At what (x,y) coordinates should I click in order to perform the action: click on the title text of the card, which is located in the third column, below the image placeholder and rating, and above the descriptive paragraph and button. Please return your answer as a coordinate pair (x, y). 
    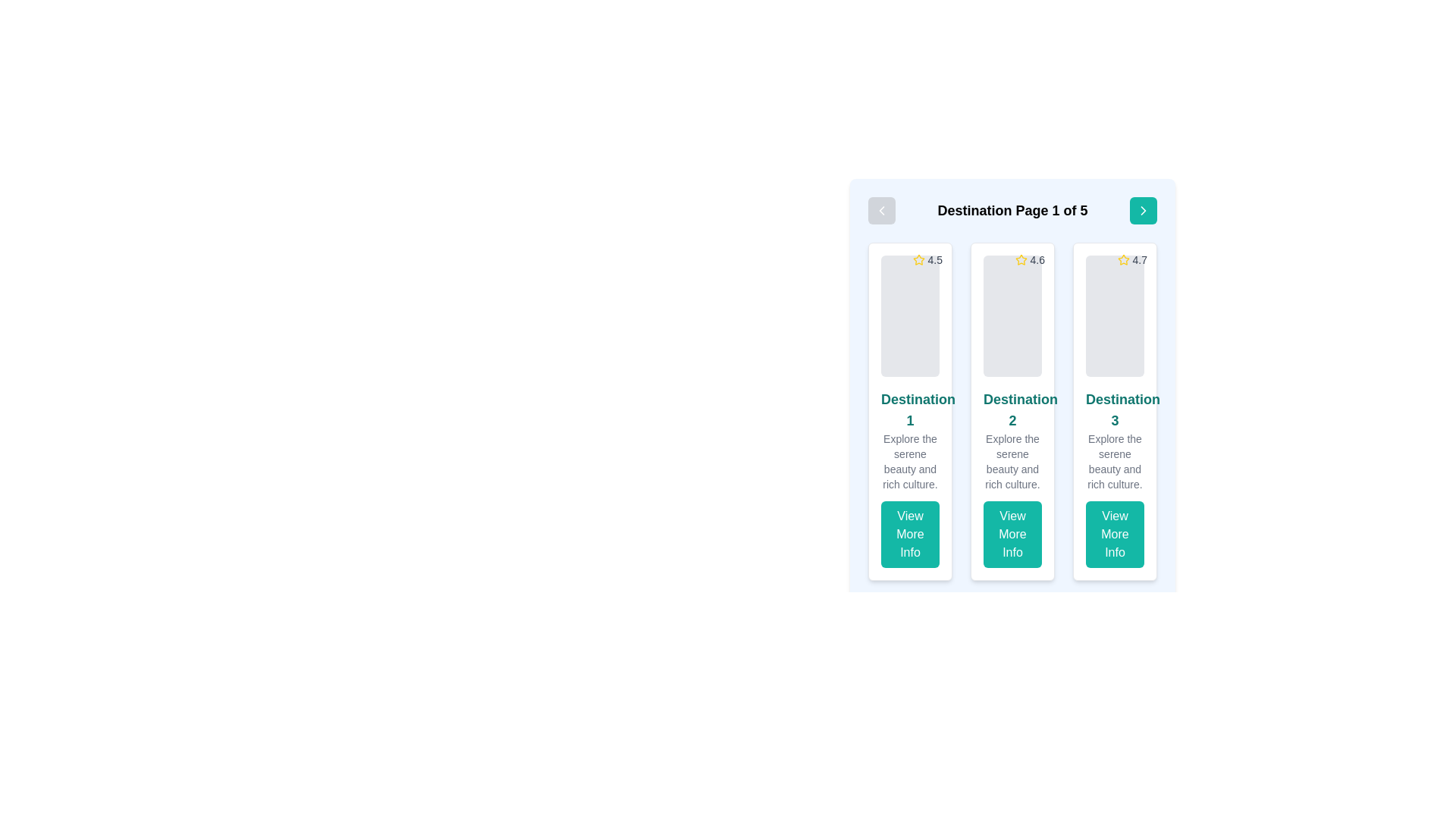
    Looking at the image, I should click on (1115, 409).